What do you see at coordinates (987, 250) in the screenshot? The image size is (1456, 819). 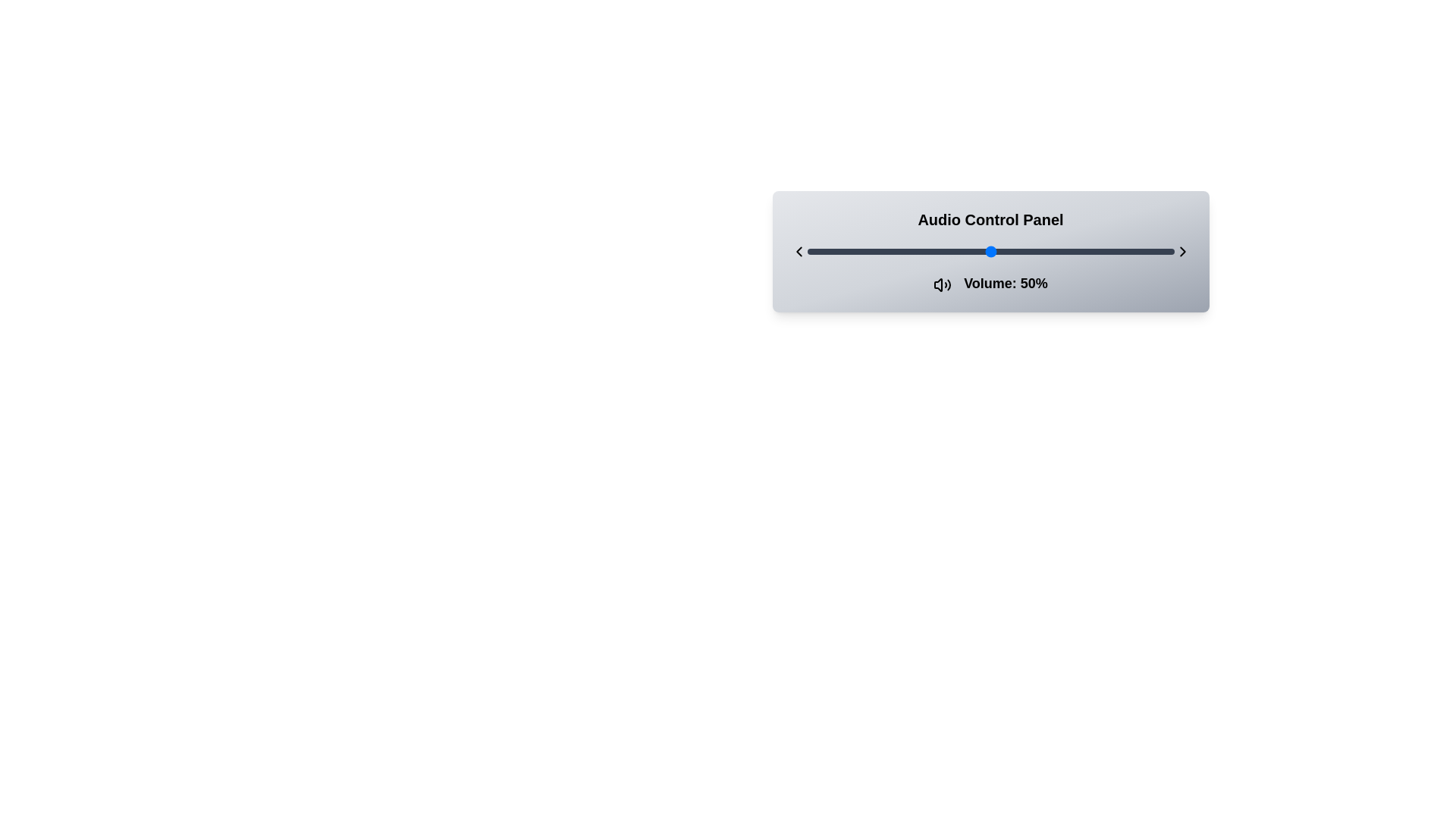 I see `the volume` at bounding box center [987, 250].